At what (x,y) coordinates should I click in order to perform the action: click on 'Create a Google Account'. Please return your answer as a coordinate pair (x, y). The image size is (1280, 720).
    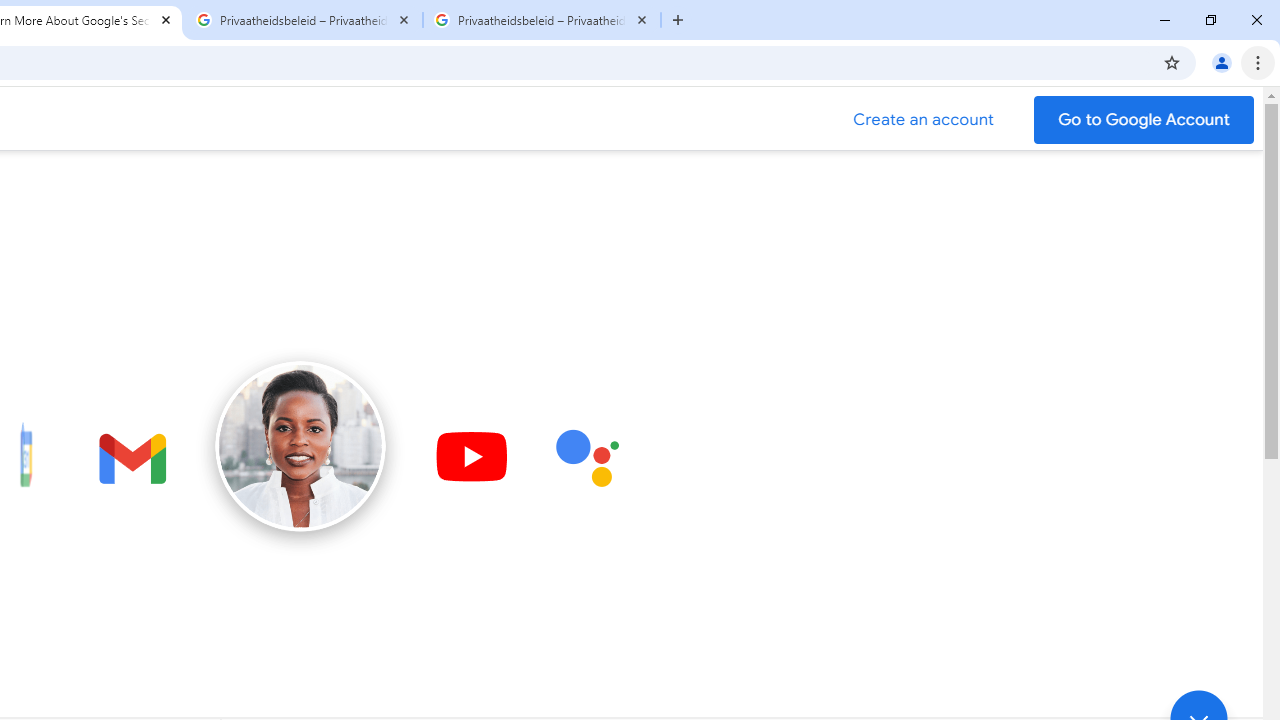
    Looking at the image, I should click on (923, 119).